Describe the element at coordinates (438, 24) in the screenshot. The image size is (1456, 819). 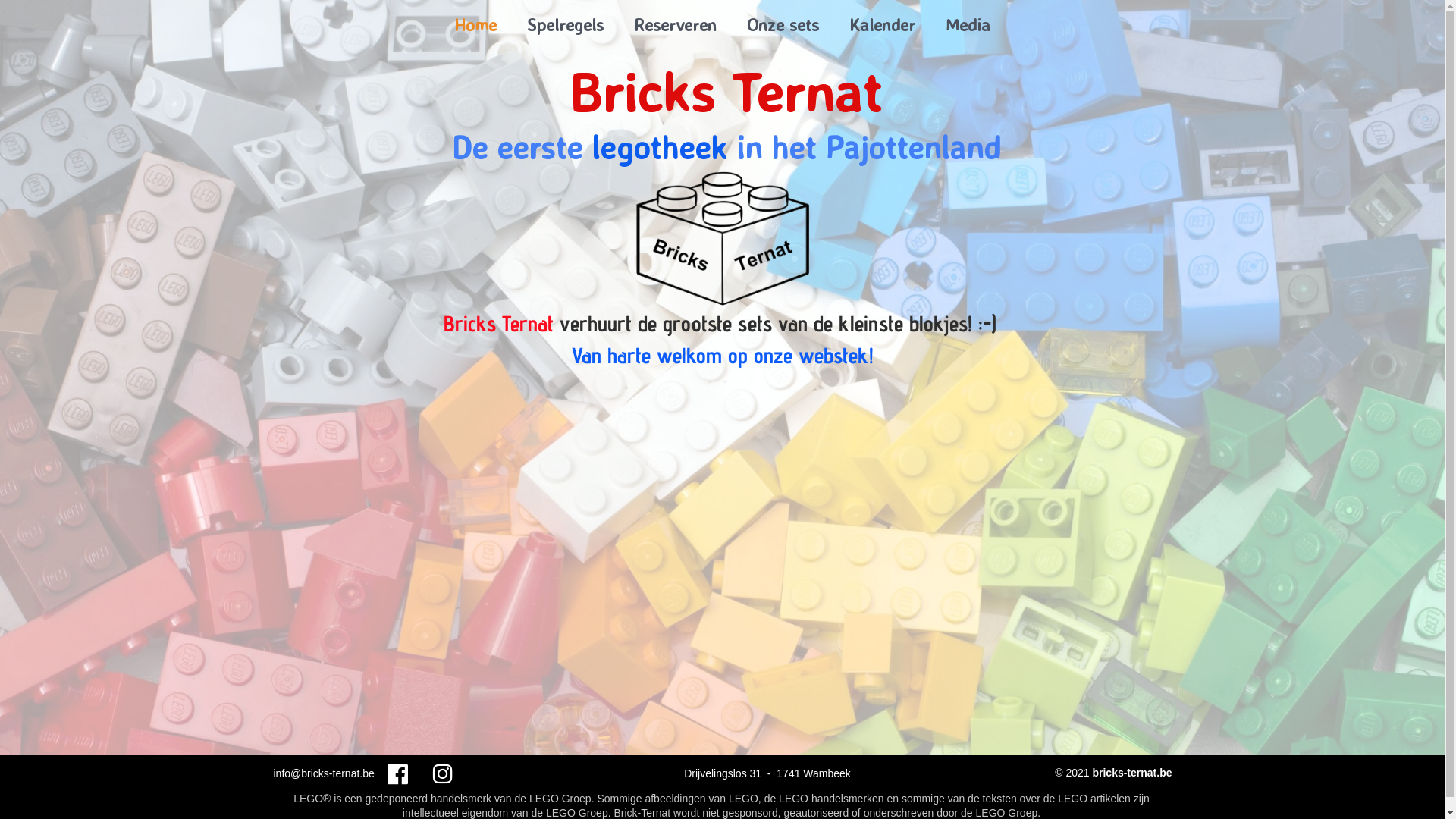
I see `'Home'` at that location.